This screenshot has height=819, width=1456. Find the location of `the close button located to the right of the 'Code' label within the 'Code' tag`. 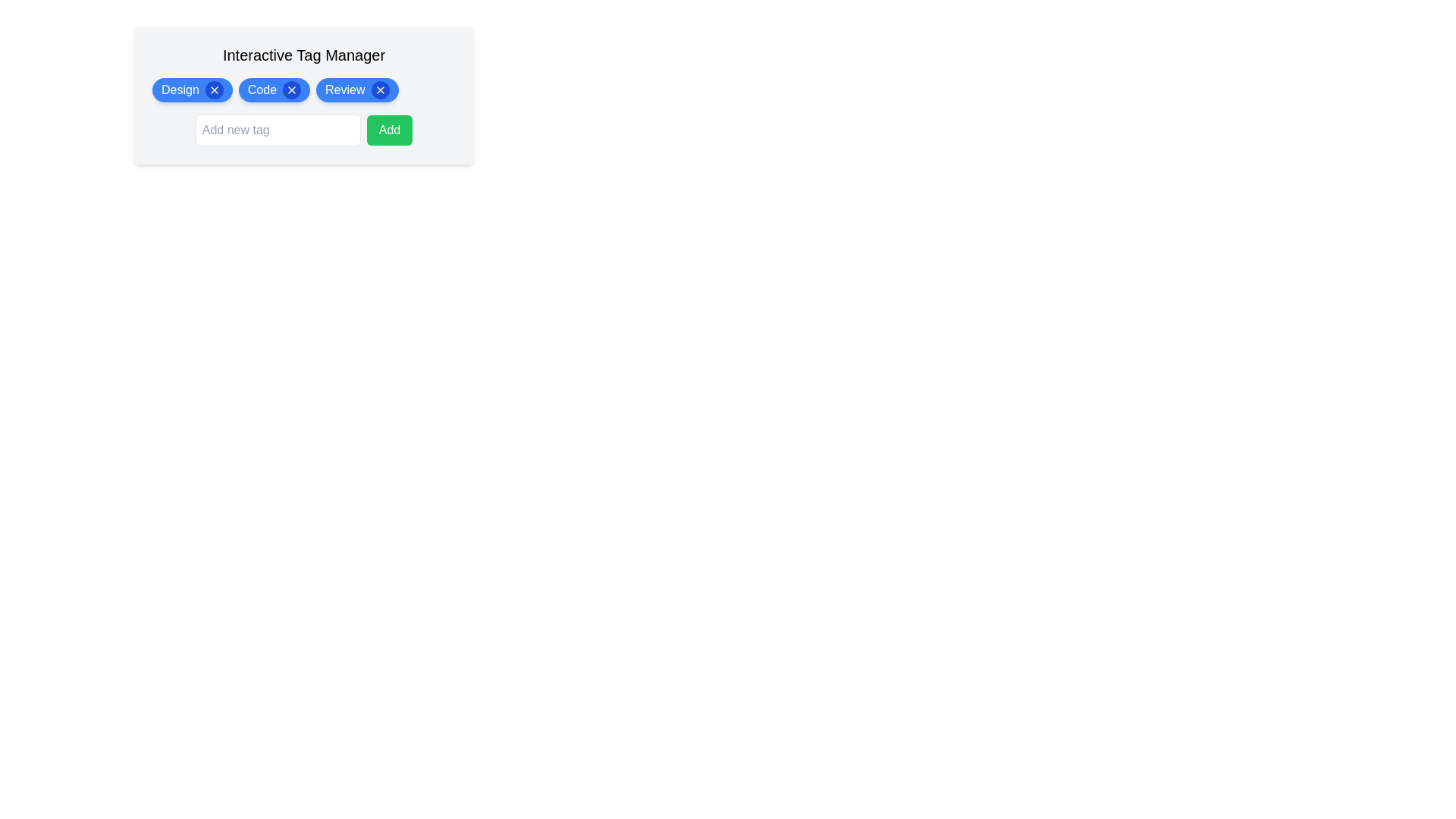

the close button located to the right of the 'Code' label within the 'Code' tag is located at coordinates (292, 90).